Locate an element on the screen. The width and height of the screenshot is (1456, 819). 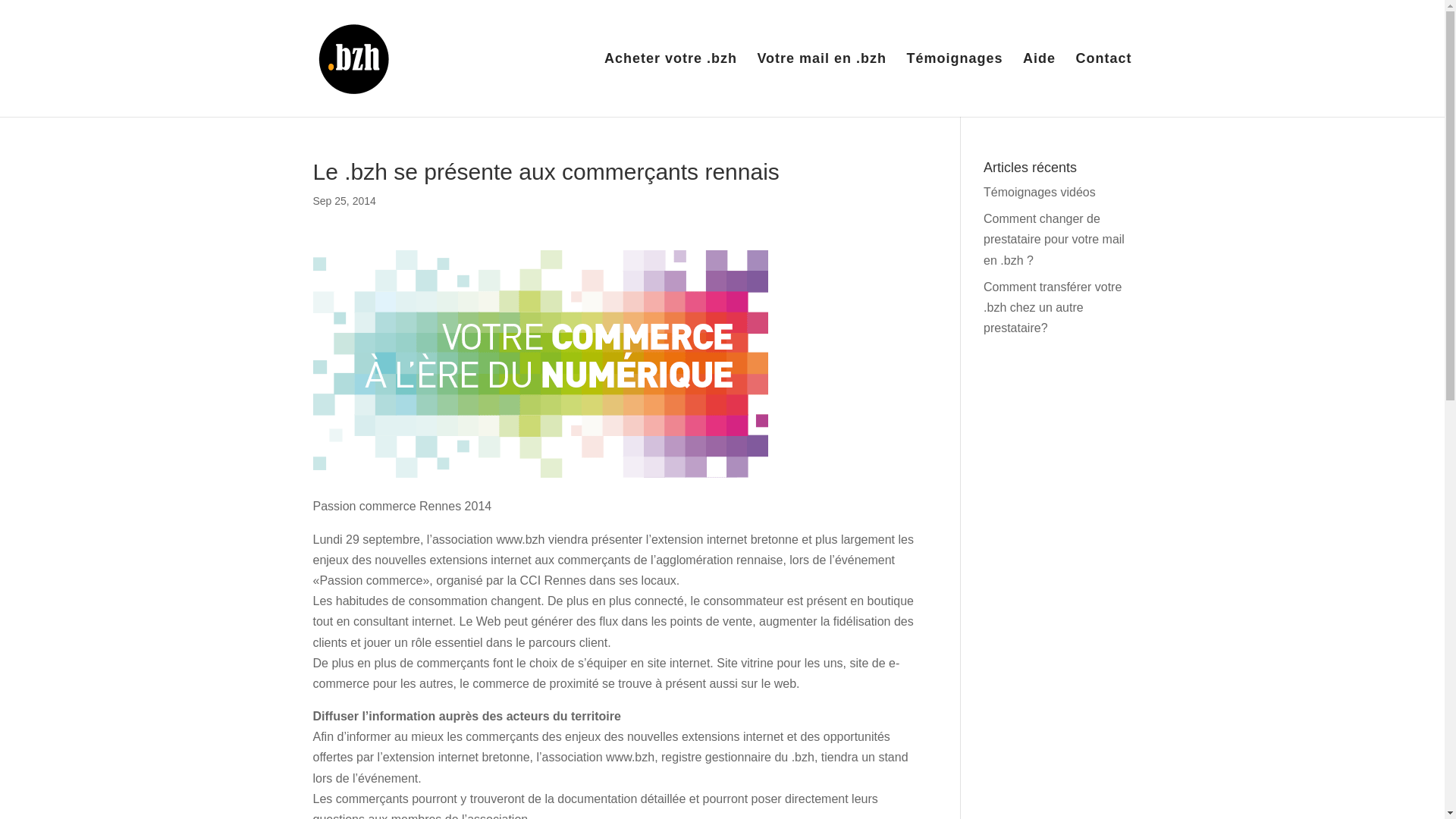
'Aide' is located at coordinates (1038, 84).